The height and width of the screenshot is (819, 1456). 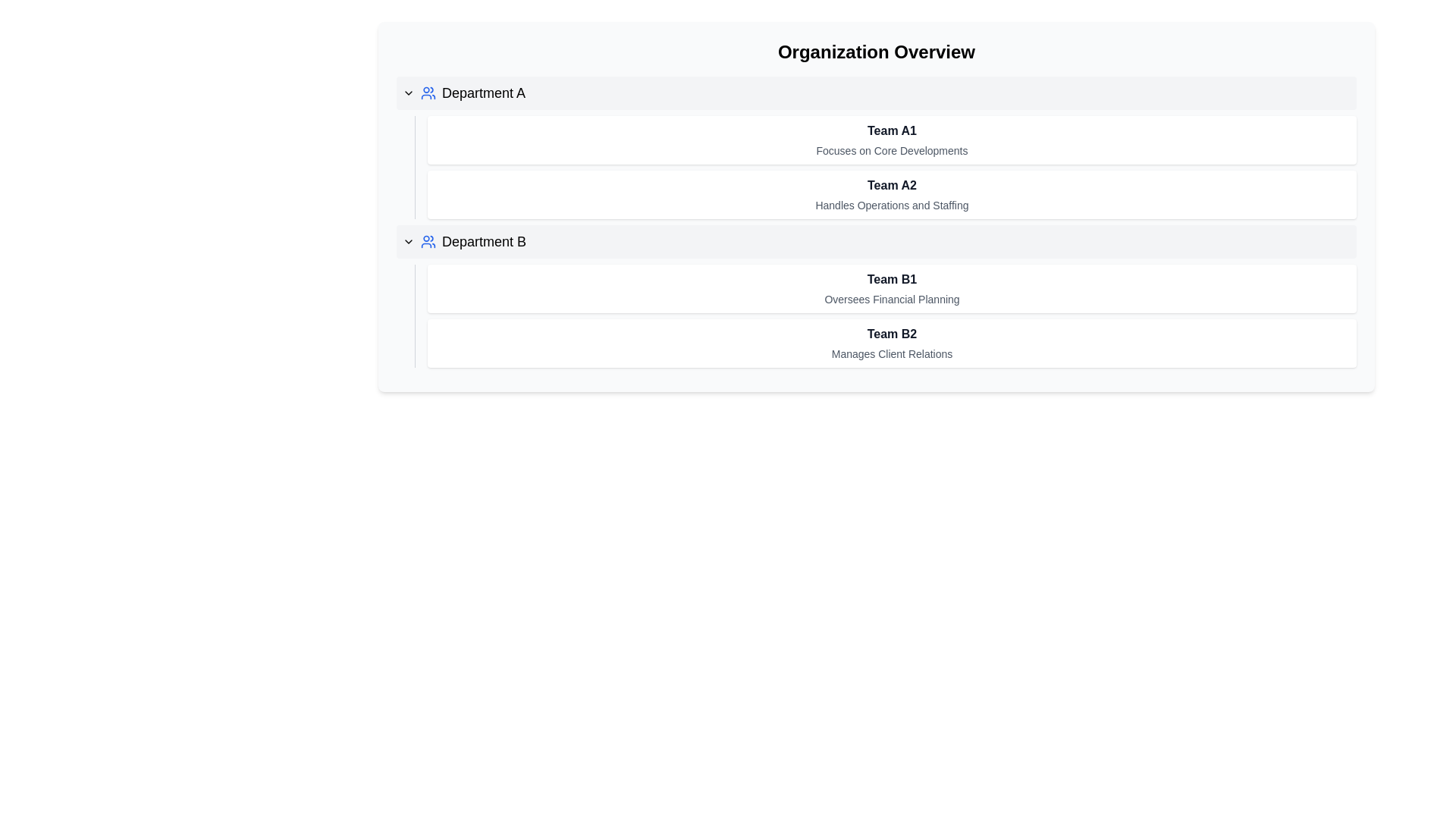 What do you see at coordinates (892, 280) in the screenshot?
I see `the static text label displaying 'Team B1', which is bold, dark gray, and located within the 'Department B' section` at bounding box center [892, 280].